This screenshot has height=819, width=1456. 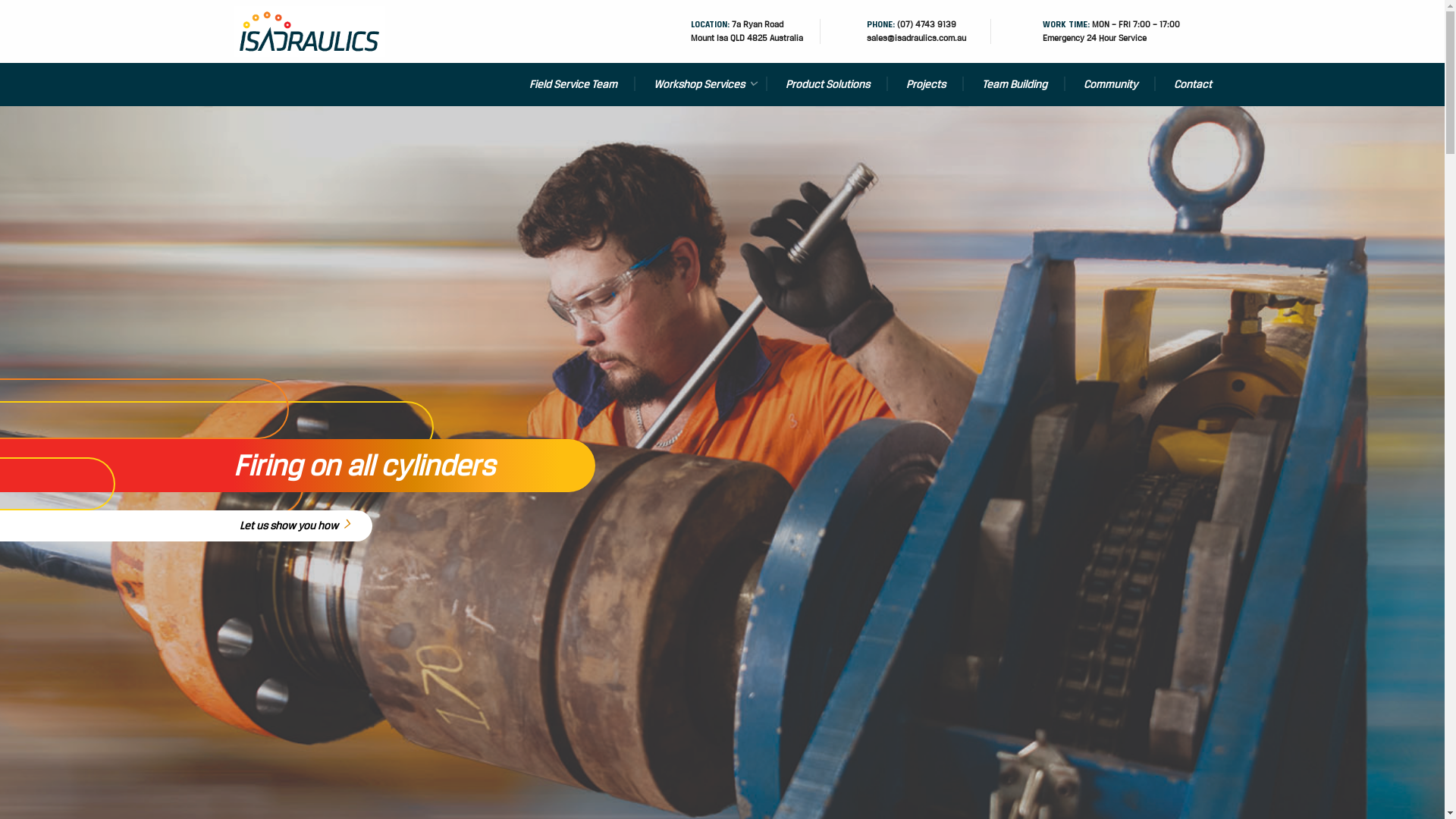 I want to click on 'Workshop Services', so click(x=701, y=84).